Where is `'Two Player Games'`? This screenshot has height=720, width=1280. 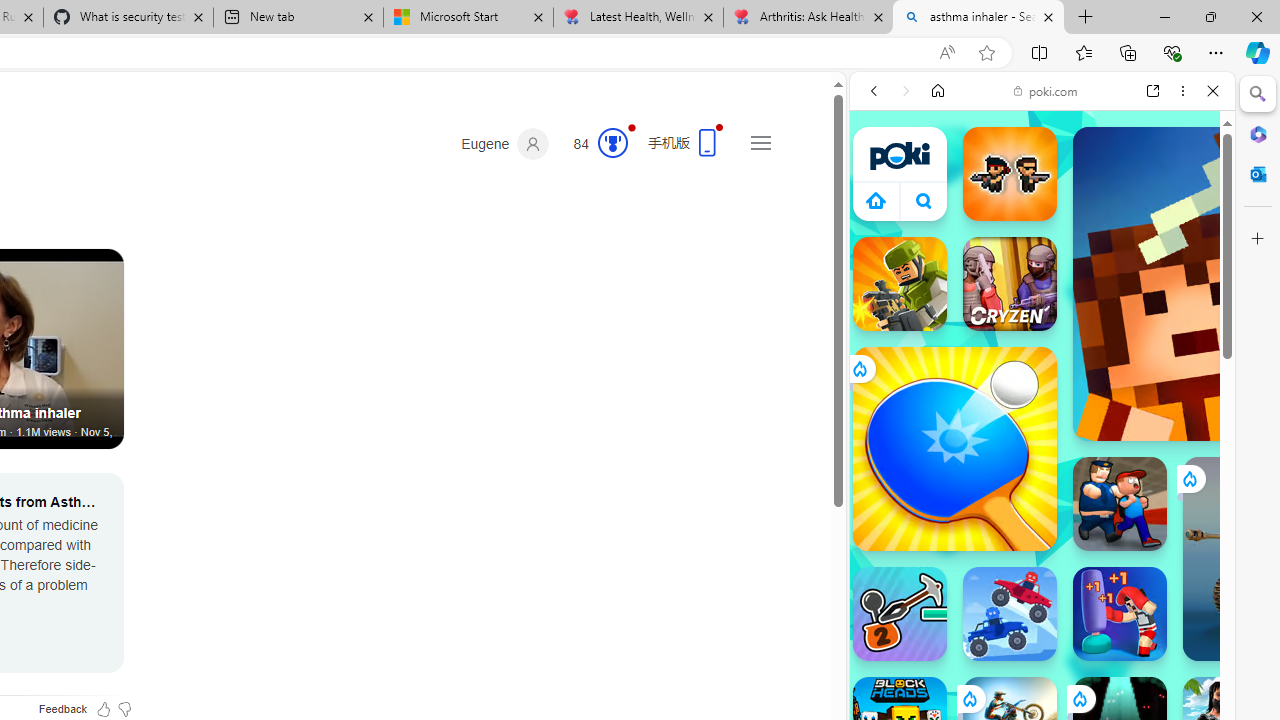
'Two Player Games' is located at coordinates (1041, 568).